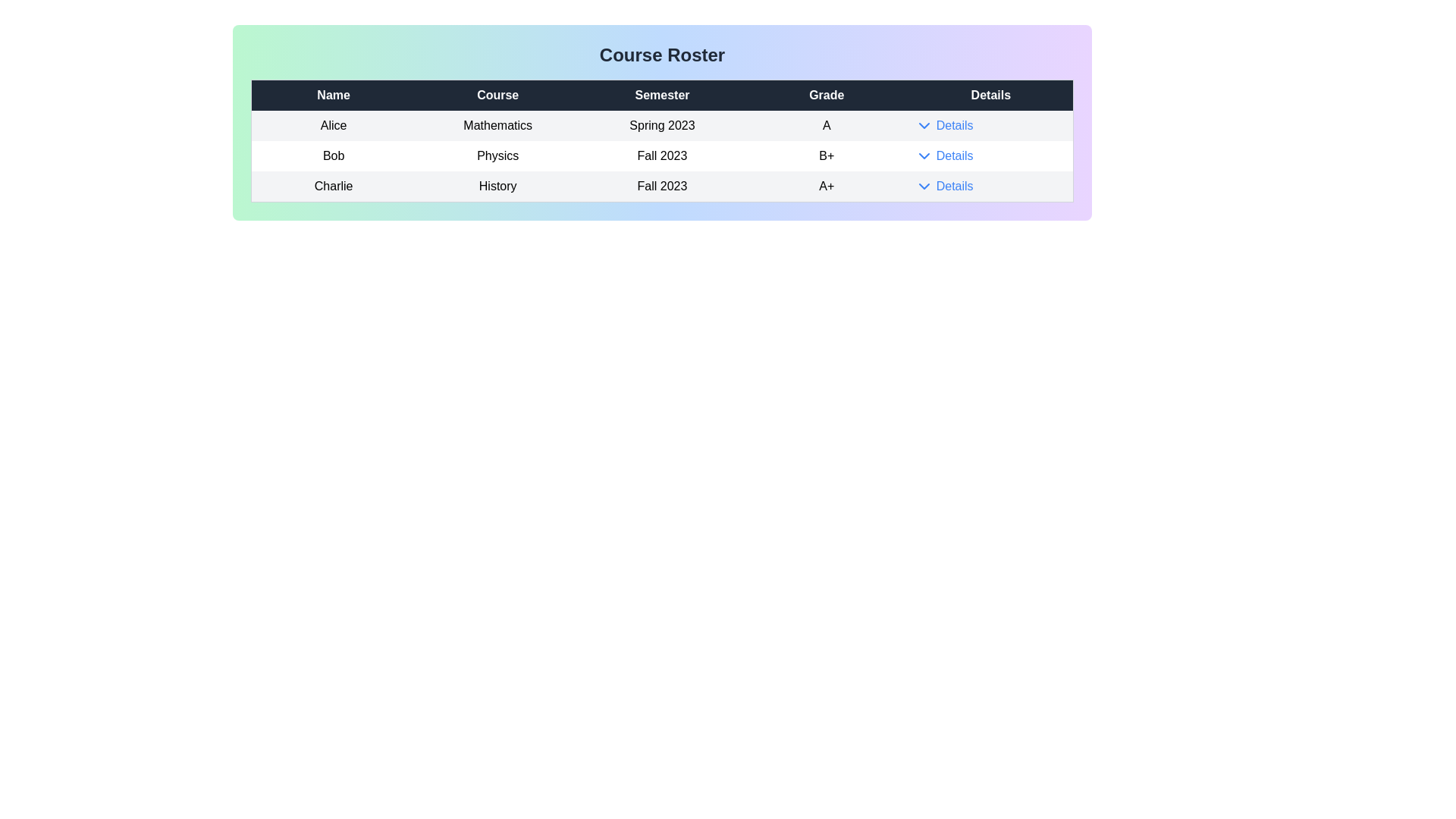  I want to click on the Table Header Cell labeled 'Details', which is the fifth column header in the table layout with a dark background and white text, so click(991, 95).